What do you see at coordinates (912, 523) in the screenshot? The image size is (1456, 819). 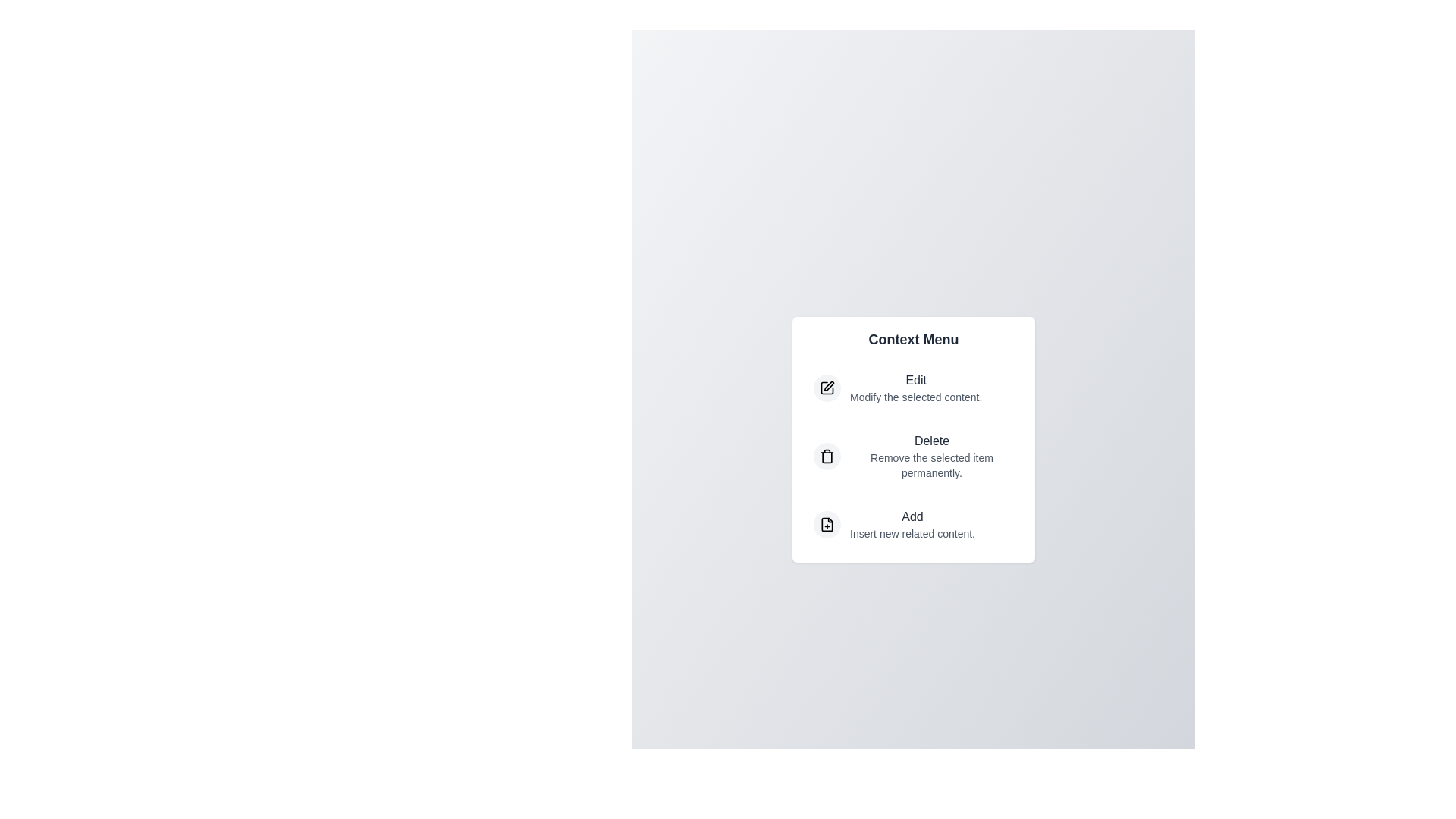 I see `the menu item labeled Add to view its hover effect` at bounding box center [912, 523].